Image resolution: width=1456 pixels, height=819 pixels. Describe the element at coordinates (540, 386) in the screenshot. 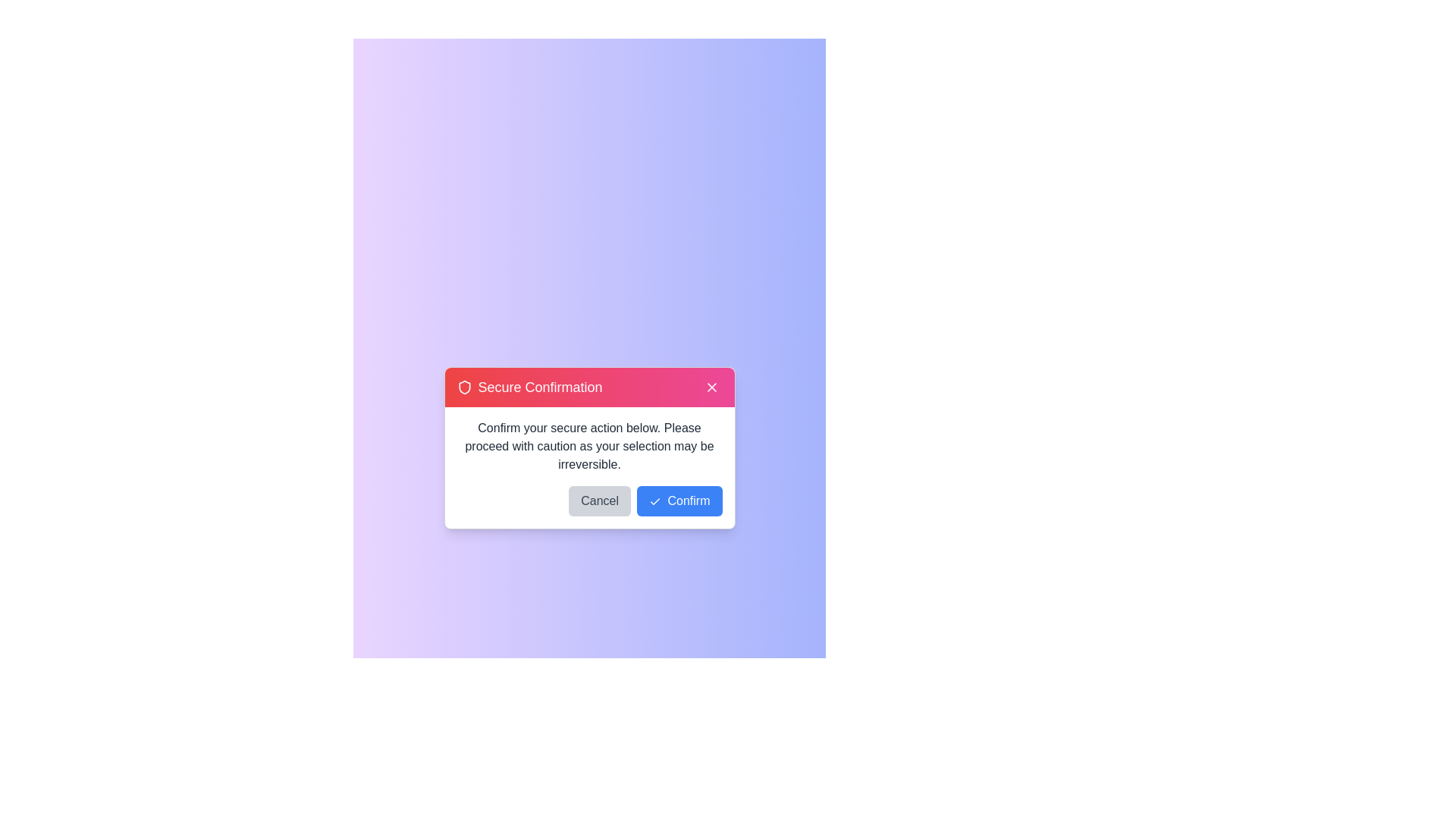

I see `the static text that serves as the title or heading for the modal, located in the top red bar, positioned between an icon and a close button` at that location.